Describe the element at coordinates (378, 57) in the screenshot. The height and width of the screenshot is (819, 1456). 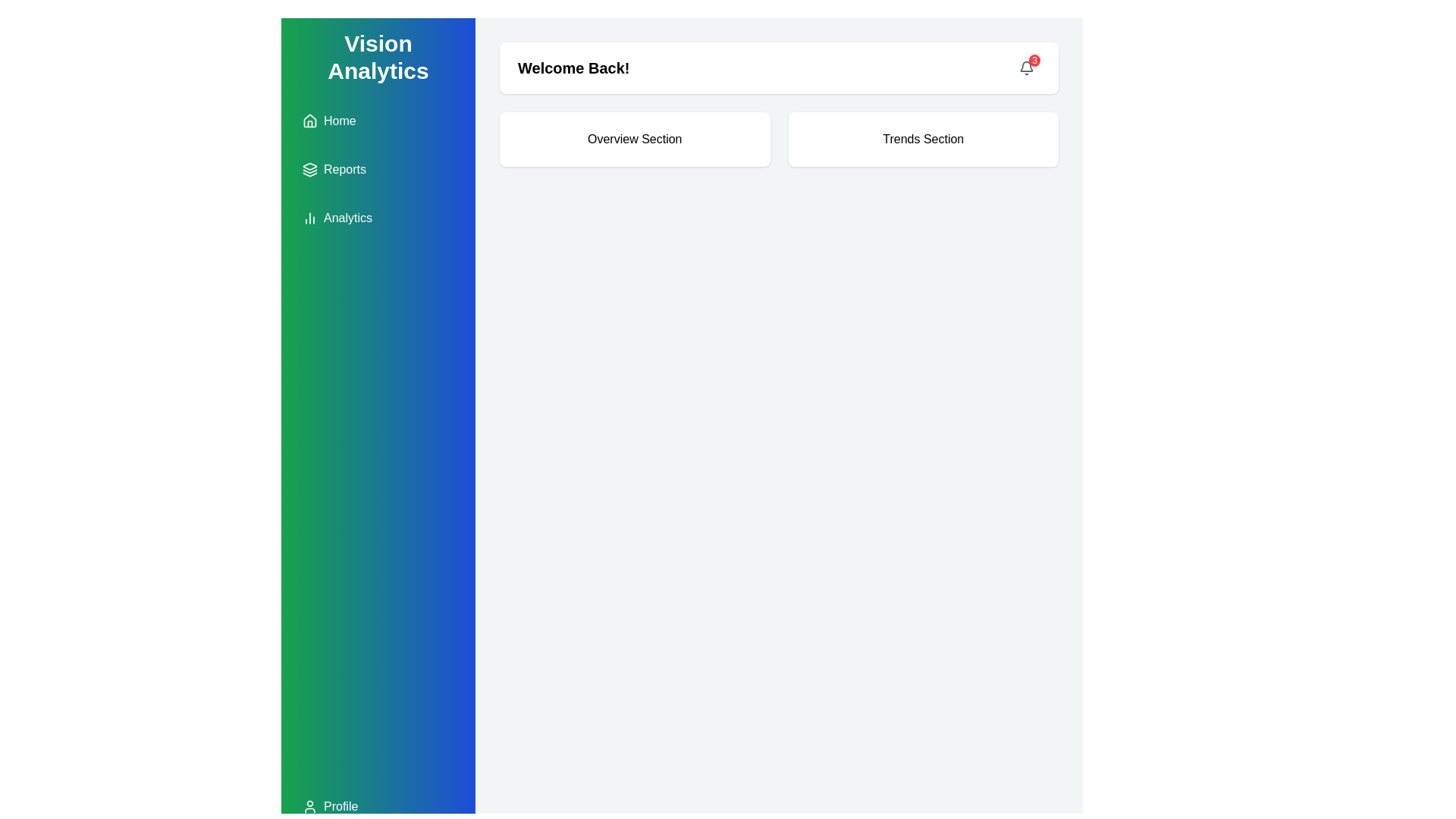
I see `text label indicating the primary theme of the sidebar, which is 'Vision Analytics.' This text label is located at the top of the sidebar on the left side of the interface` at that location.